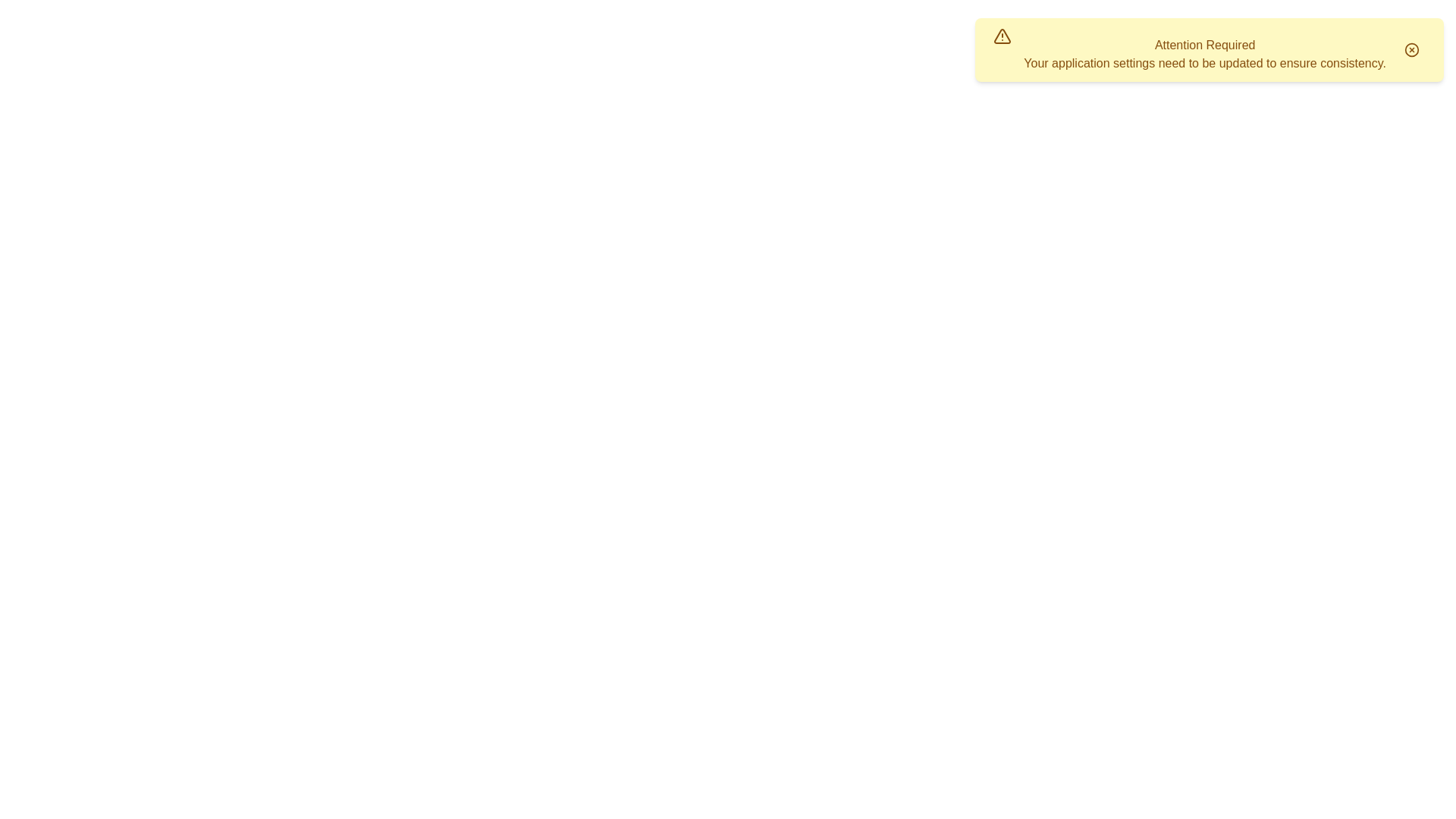 Image resolution: width=1456 pixels, height=819 pixels. I want to click on the decorative close button icon located at the top-right corner of the interface, which features a cross shape overlay, so click(1411, 49).